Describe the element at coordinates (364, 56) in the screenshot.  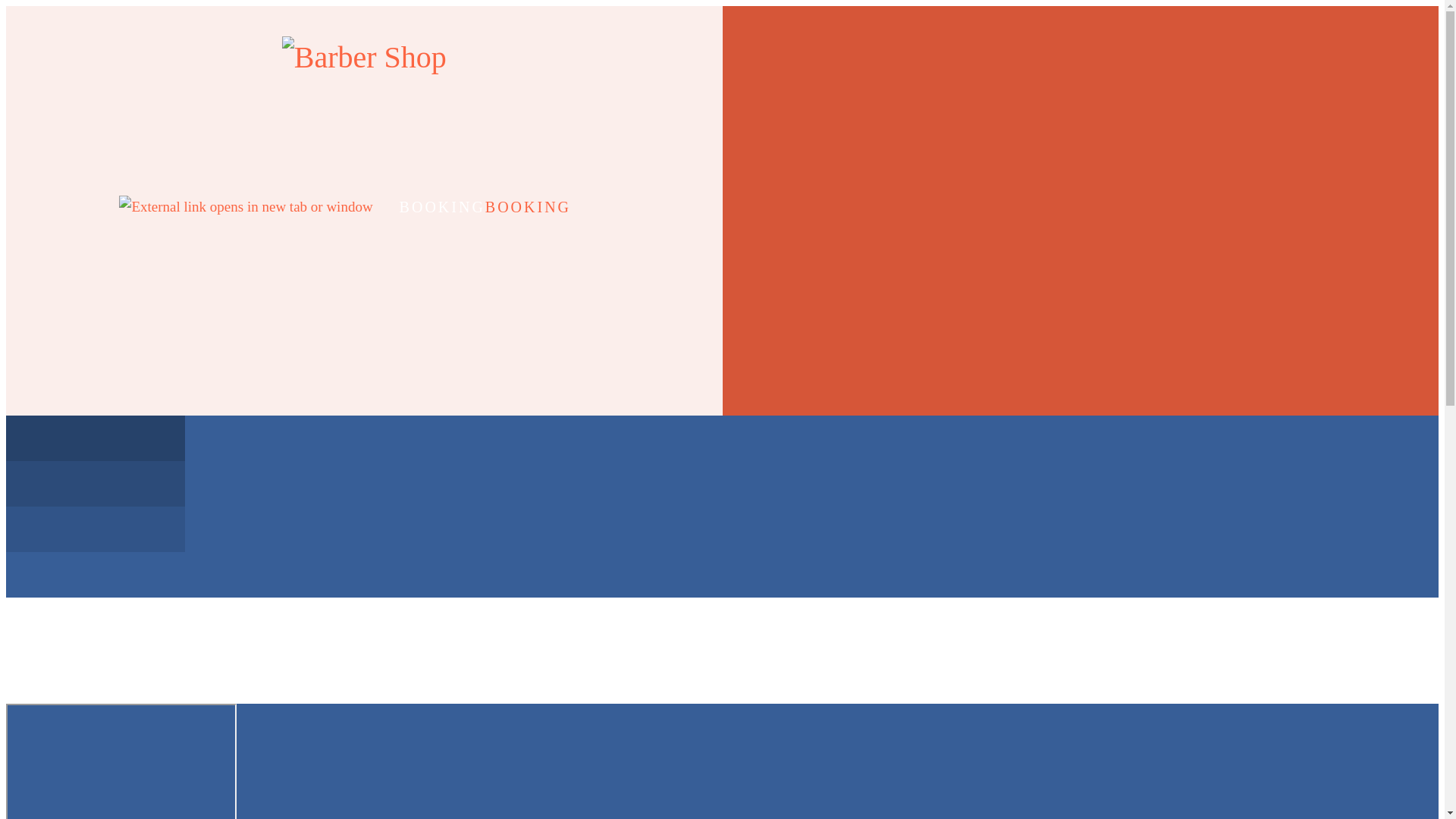
I see `'Go to site home page'` at that location.